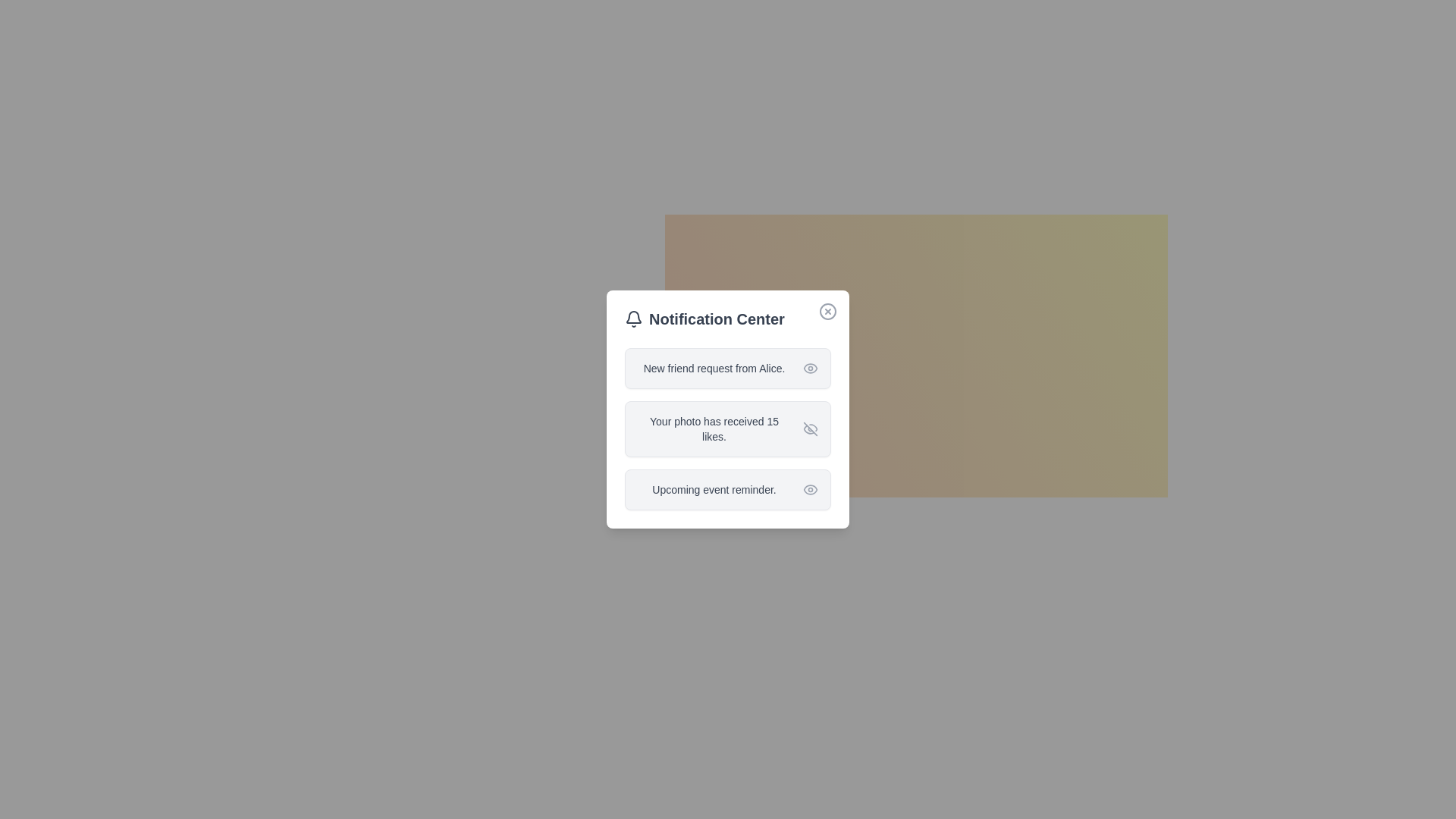  What do you see at coordinates (728, 489) in the screenshot?
I see `the interactive eye icon on the third notification card in the Notification Center` at bounding box center [728, 489].